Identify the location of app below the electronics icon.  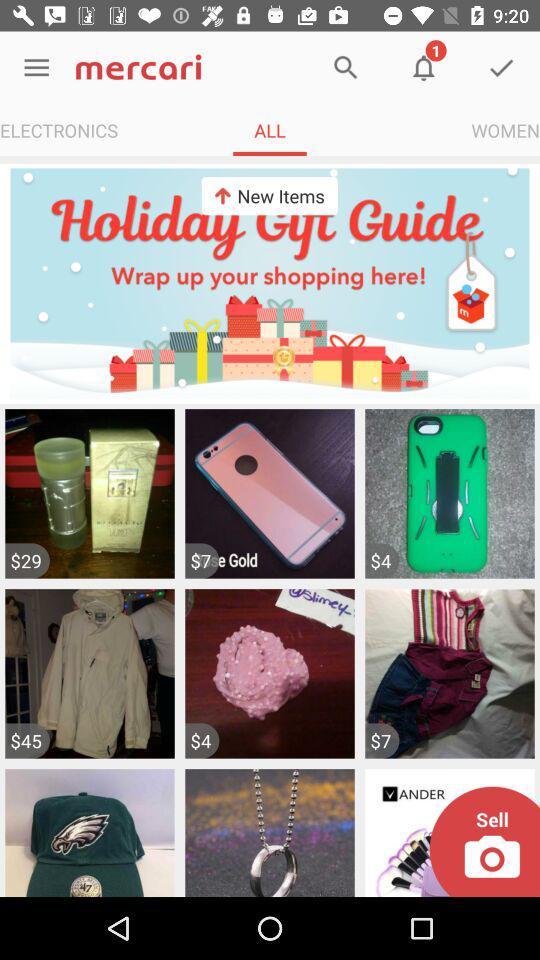
(270, 282).